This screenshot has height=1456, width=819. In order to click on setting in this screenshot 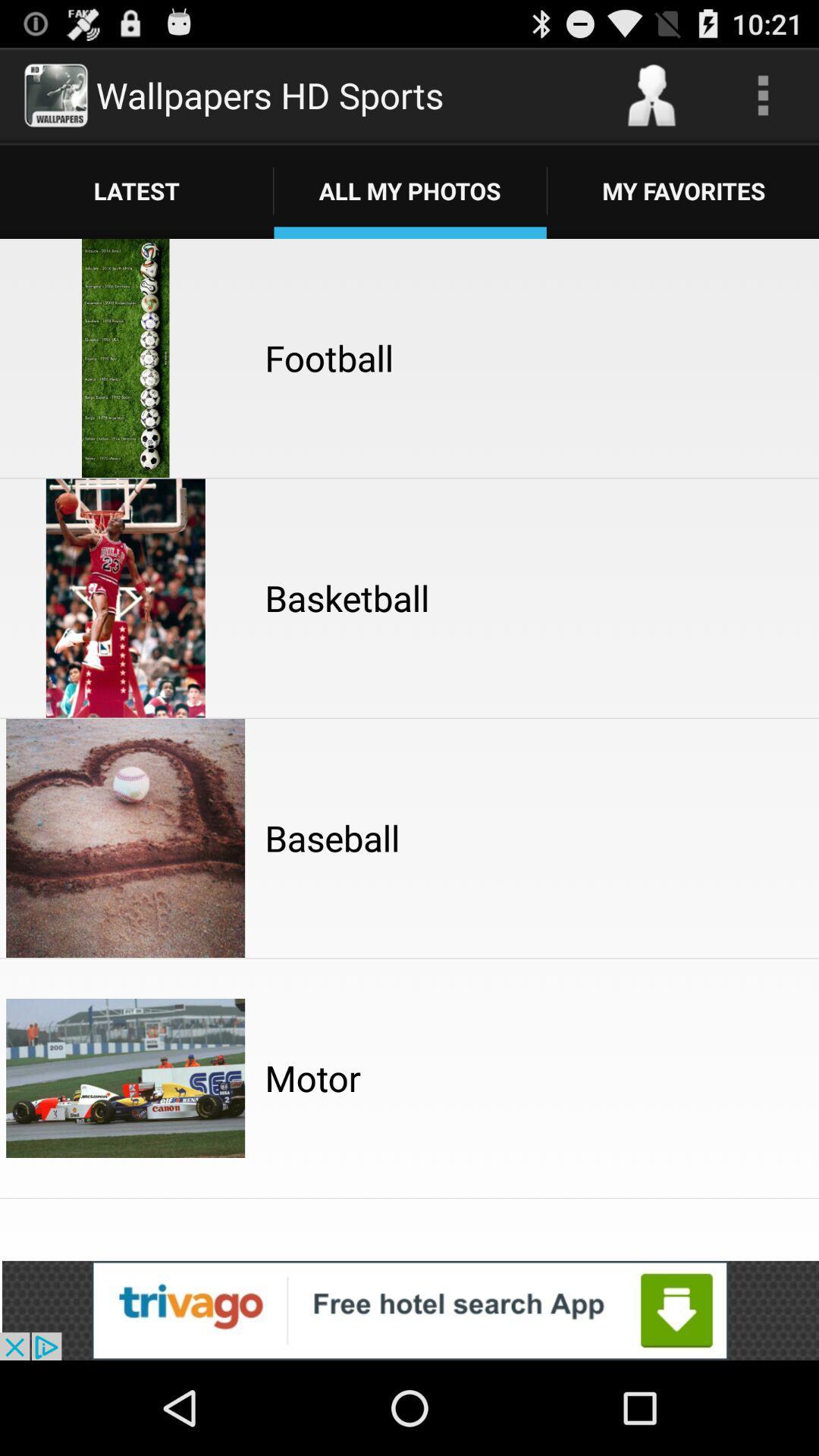, I will do `click(763, 94)`.